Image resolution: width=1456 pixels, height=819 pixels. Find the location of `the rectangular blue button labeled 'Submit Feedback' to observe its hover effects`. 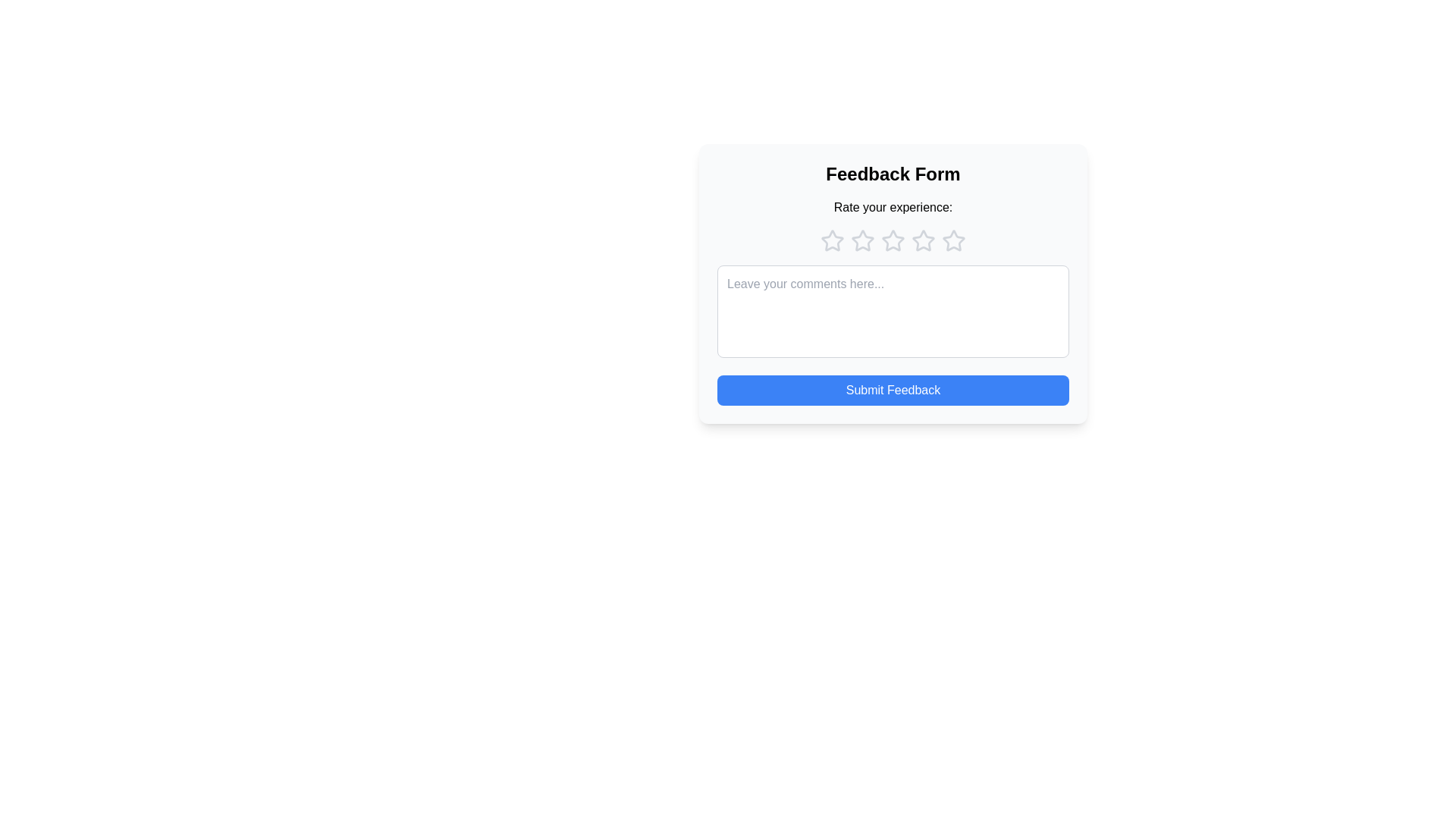

the rectangular blue button labeled 'Submit Feedback' to observe its hover effects is located at coordinates (893, 390).